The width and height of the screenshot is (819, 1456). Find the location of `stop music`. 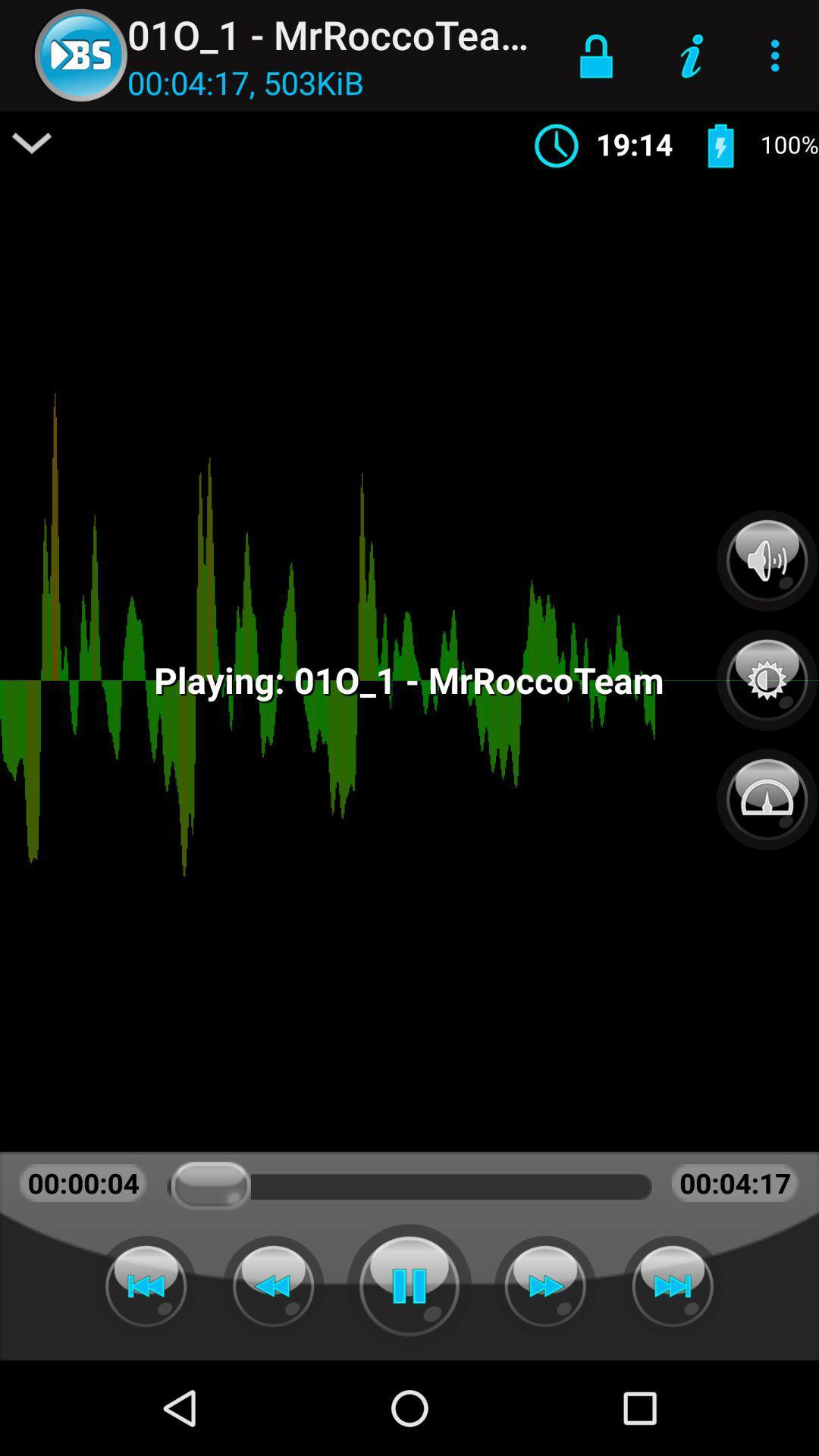

stop music is located at coordinates (409, 1285).